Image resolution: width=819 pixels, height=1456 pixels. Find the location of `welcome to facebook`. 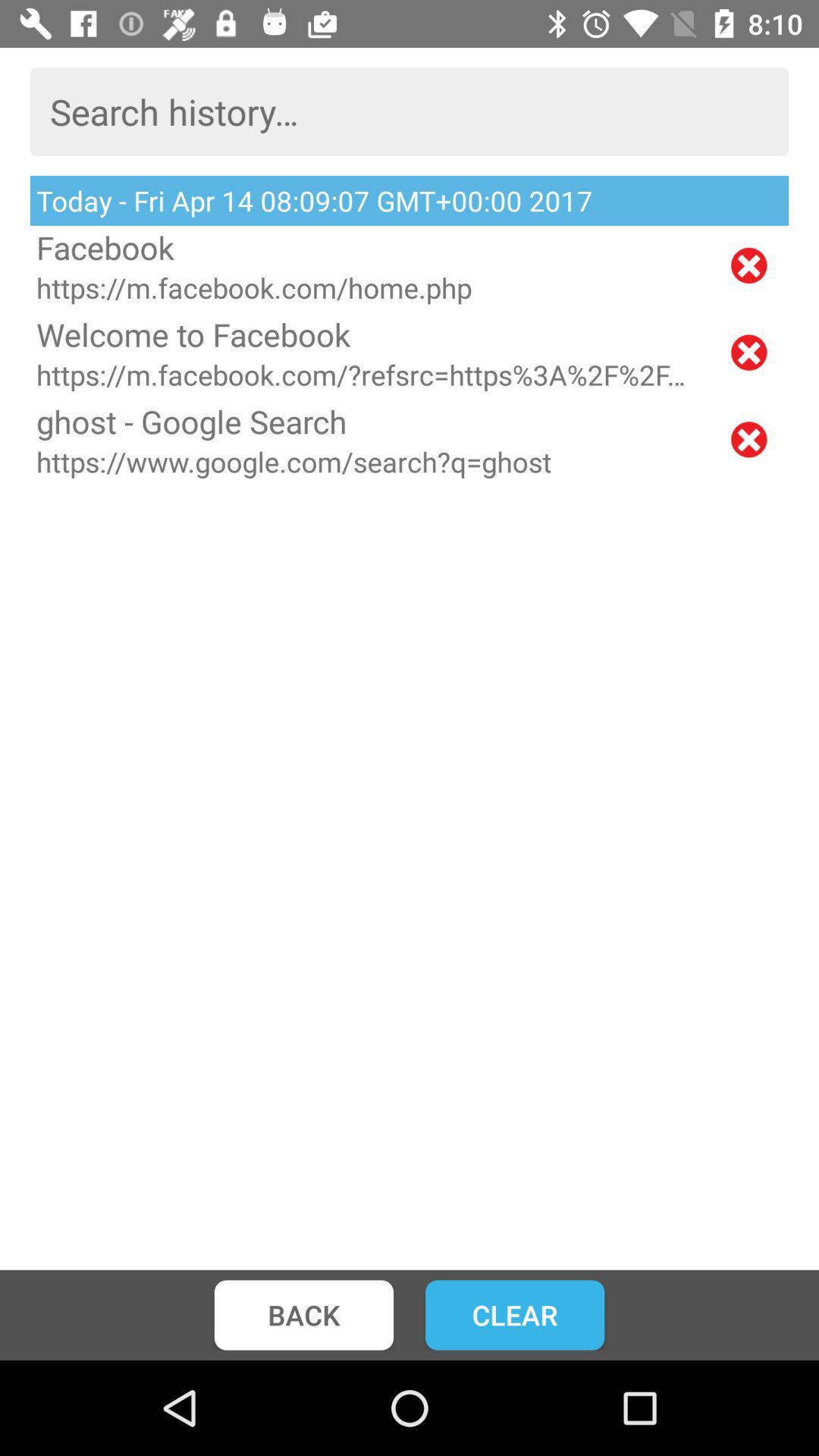

welcome to facebook is located at coordinates (369, 334).